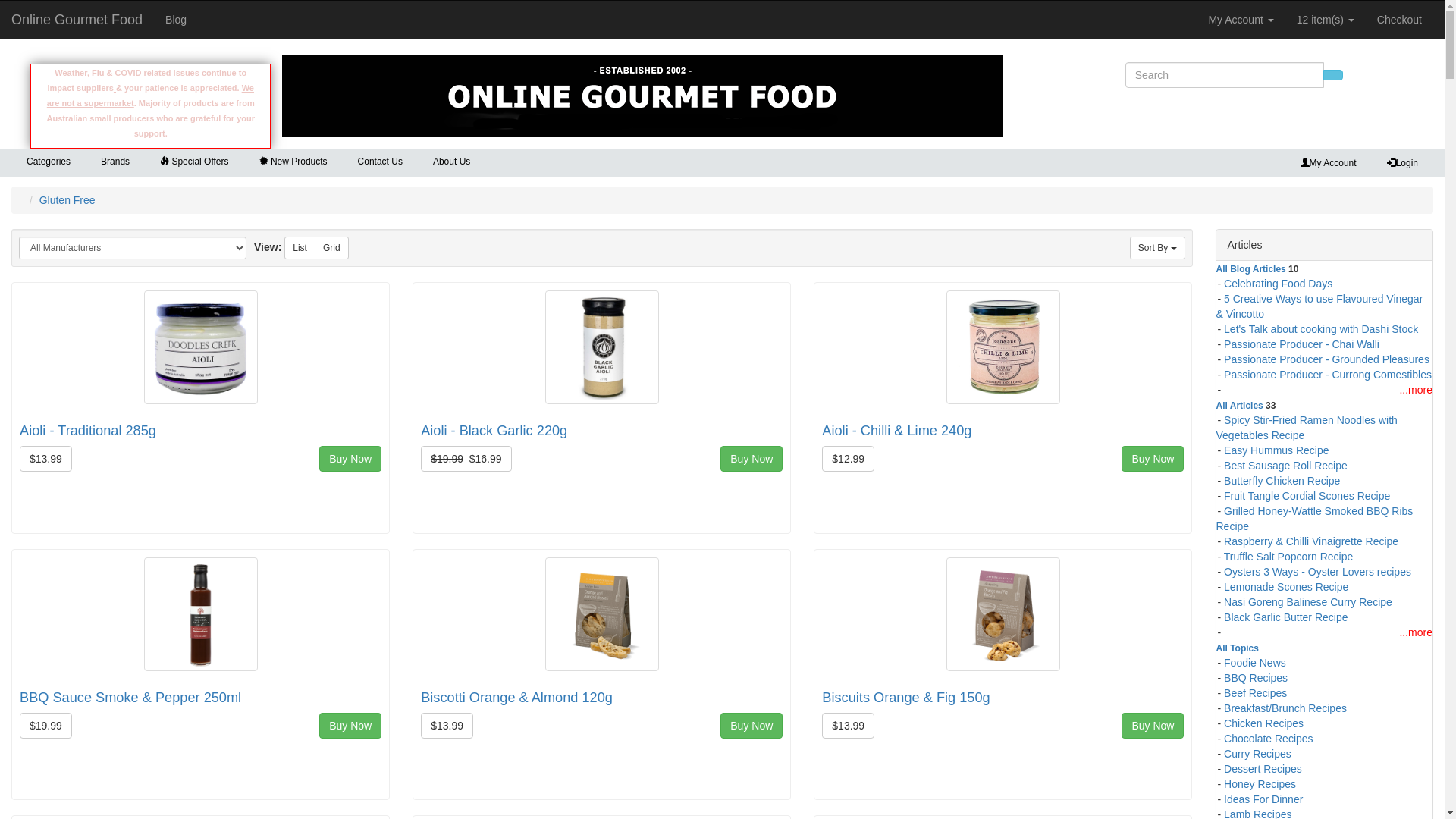 This screenshot has width=1456, height=819. Describe the element at coordinates (1313, 516) in the screenshot. I see `'Grilled Honey-Wattle Smoked BBQ Ribs Recipe'` at that location.